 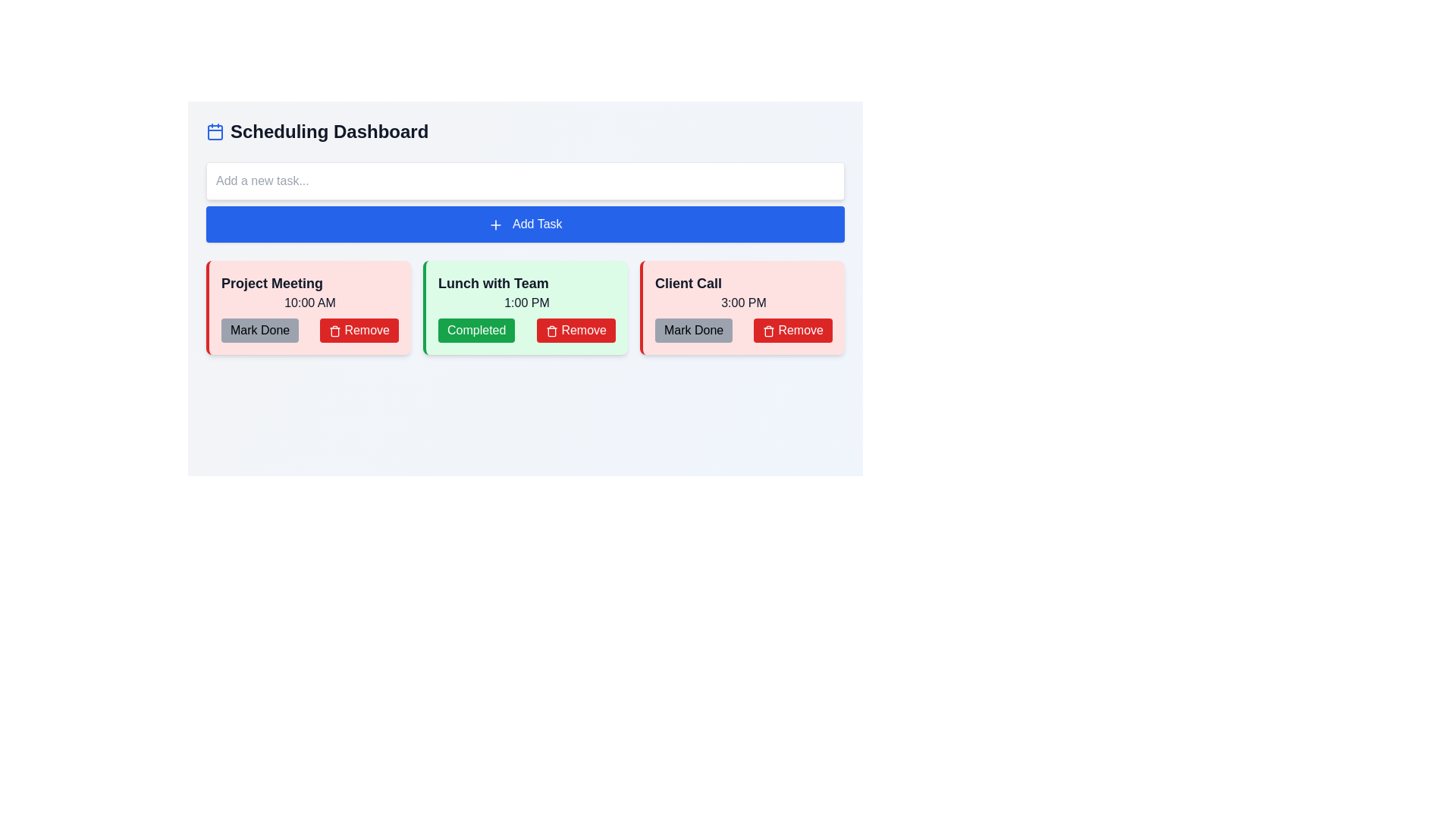 I want to click on the text display that shows the scheduled time for the event 'Lunch with Team', located in the middle card below the title and above the buttons, so click(x=527, y=303).